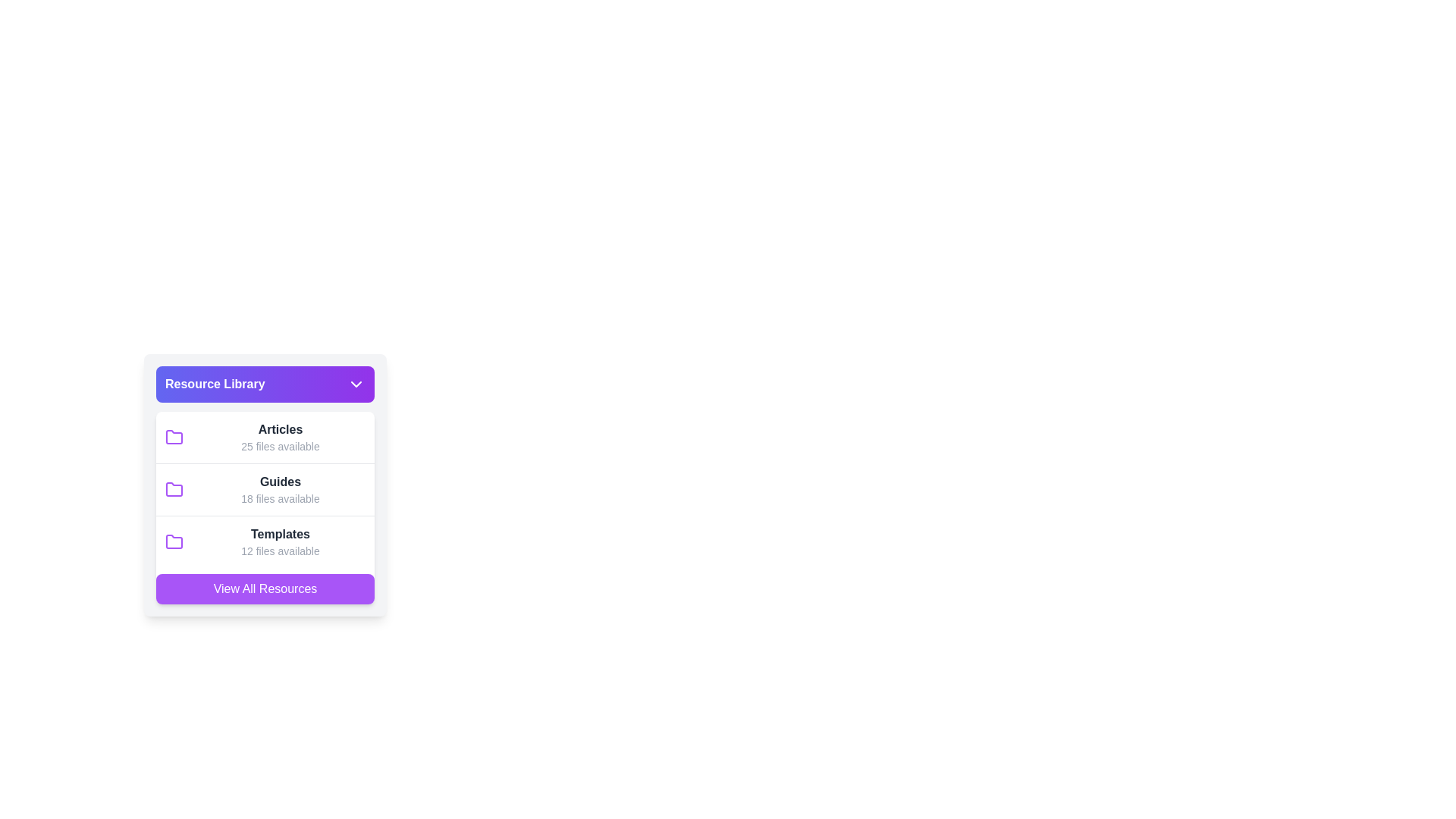 The height and width of the screenshot is (819, 1456). I want to click on the folder icon representing the 'Templates' section in the 'Resource Library' dropdown menu, which is the third icon in a vertical series, so click(174, 540).